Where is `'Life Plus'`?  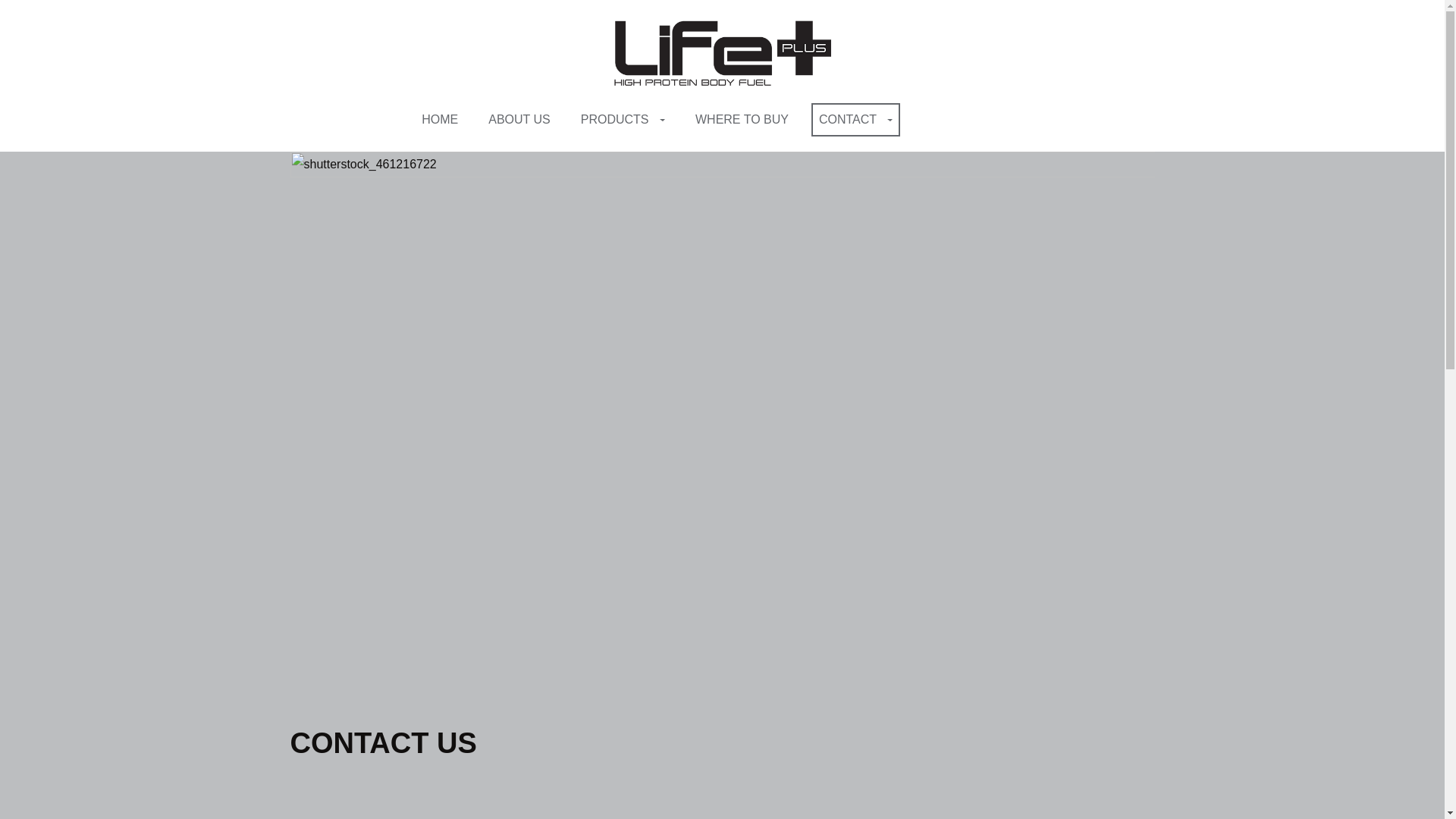
'Life Plus' is located at coordinates (720, 51).